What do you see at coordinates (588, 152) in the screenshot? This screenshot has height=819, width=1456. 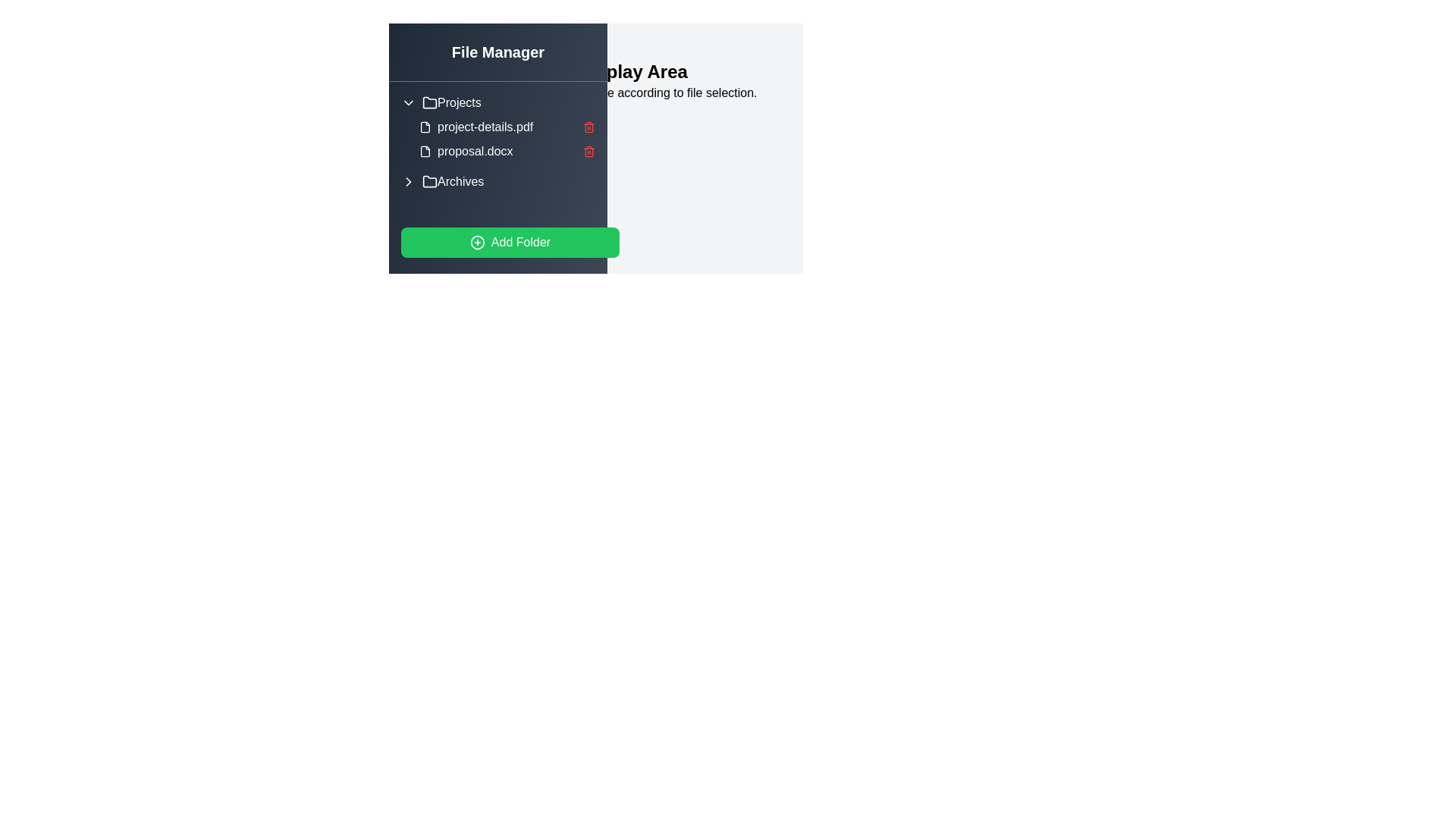 I see `the red-colored trash icon located to the far right of the 'proposal.docx' file entry in the 'File Manager' sidebar` at bounding box center [588, 152].